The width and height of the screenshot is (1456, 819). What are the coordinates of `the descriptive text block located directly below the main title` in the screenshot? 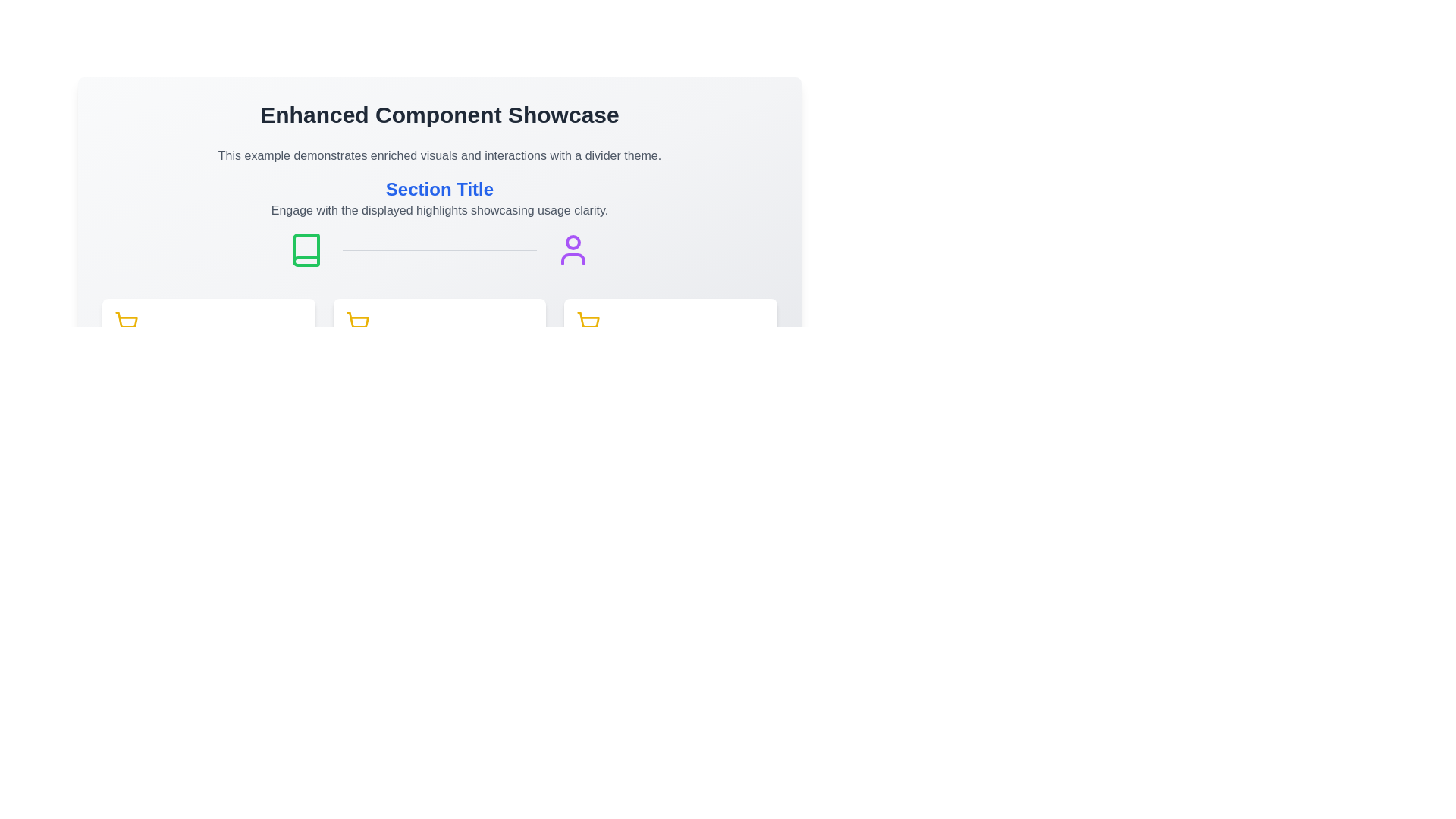 It's located at (439, 155).